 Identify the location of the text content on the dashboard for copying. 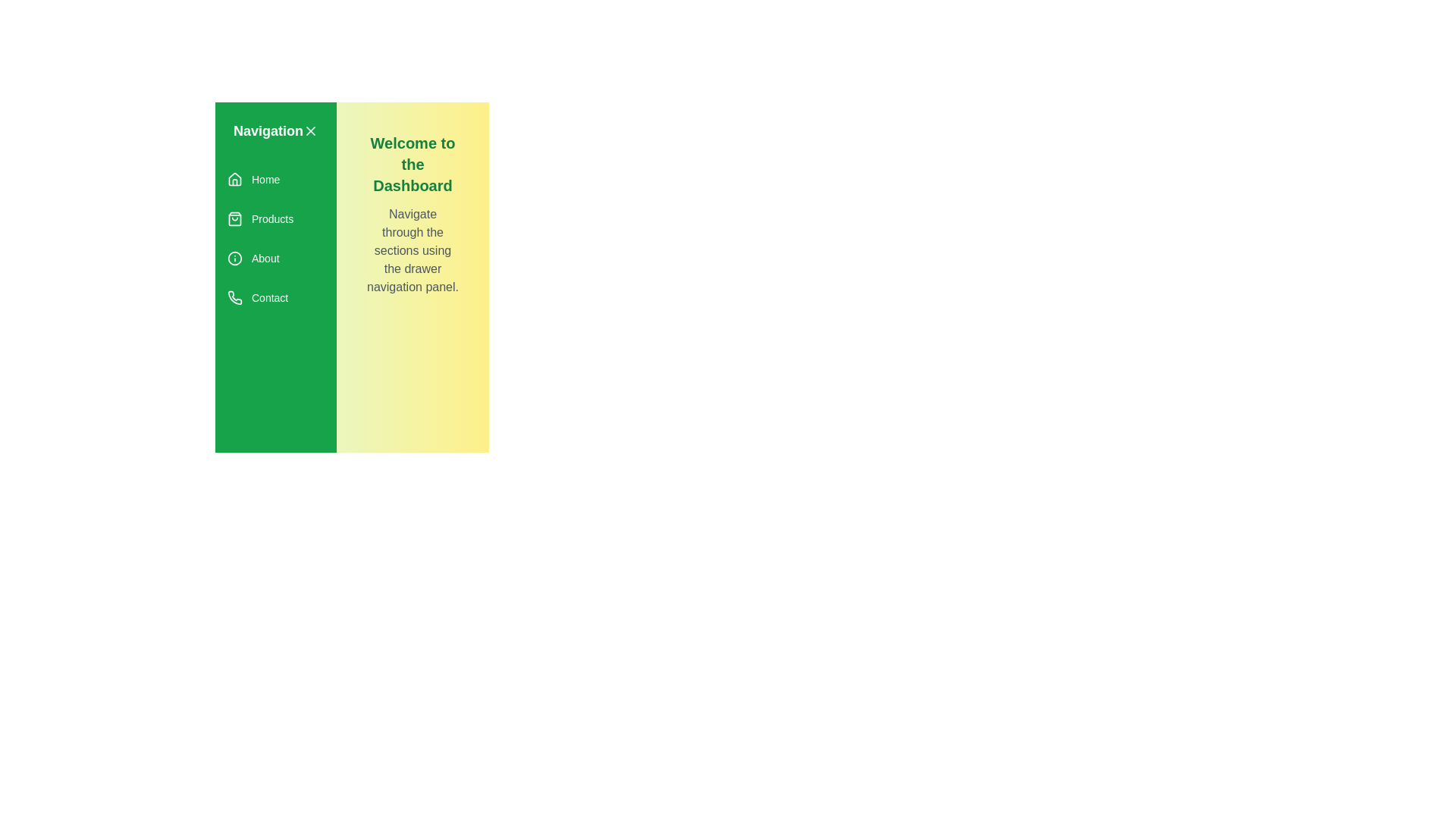
(367, 131).